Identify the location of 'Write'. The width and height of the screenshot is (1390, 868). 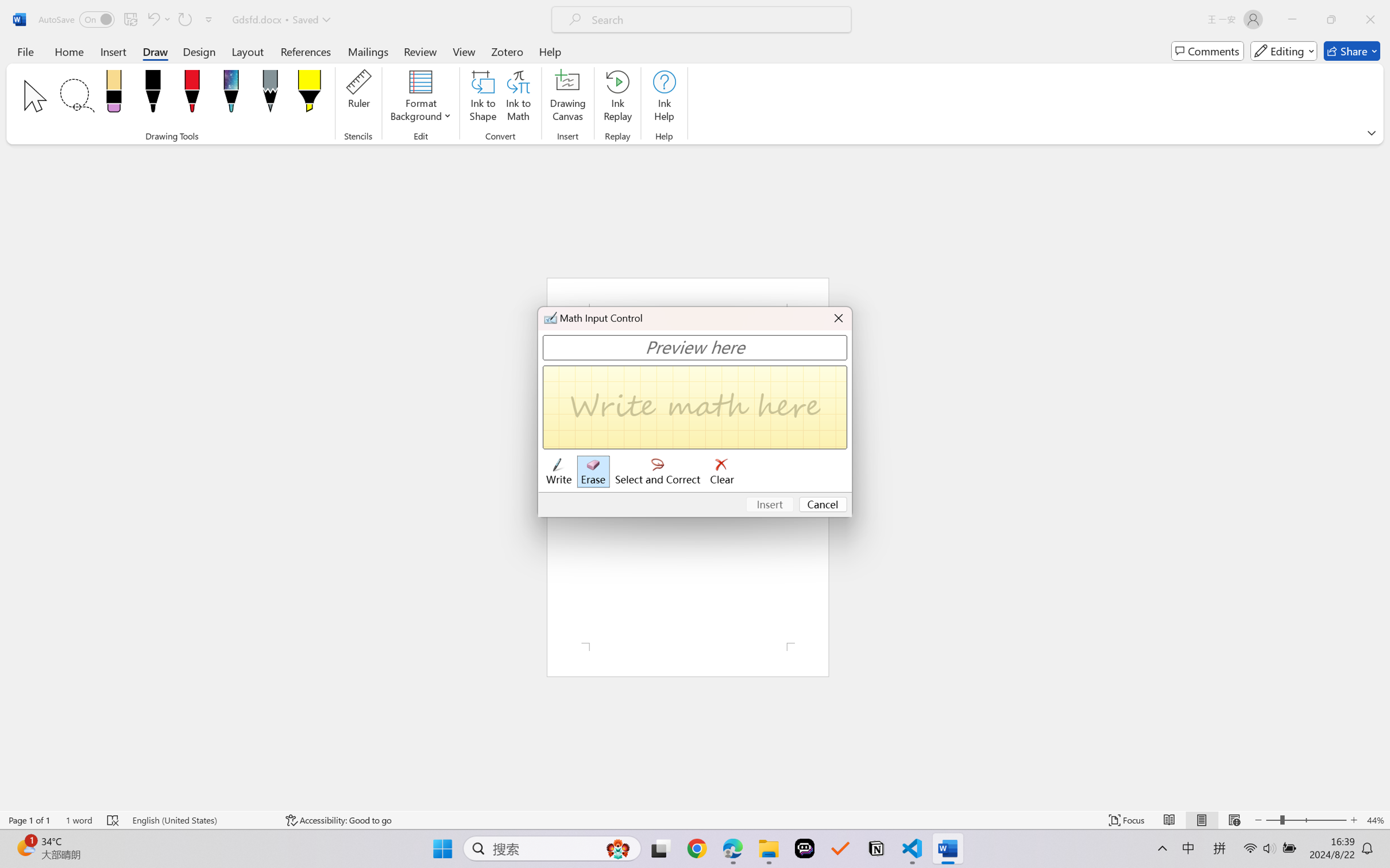
(558, 471).